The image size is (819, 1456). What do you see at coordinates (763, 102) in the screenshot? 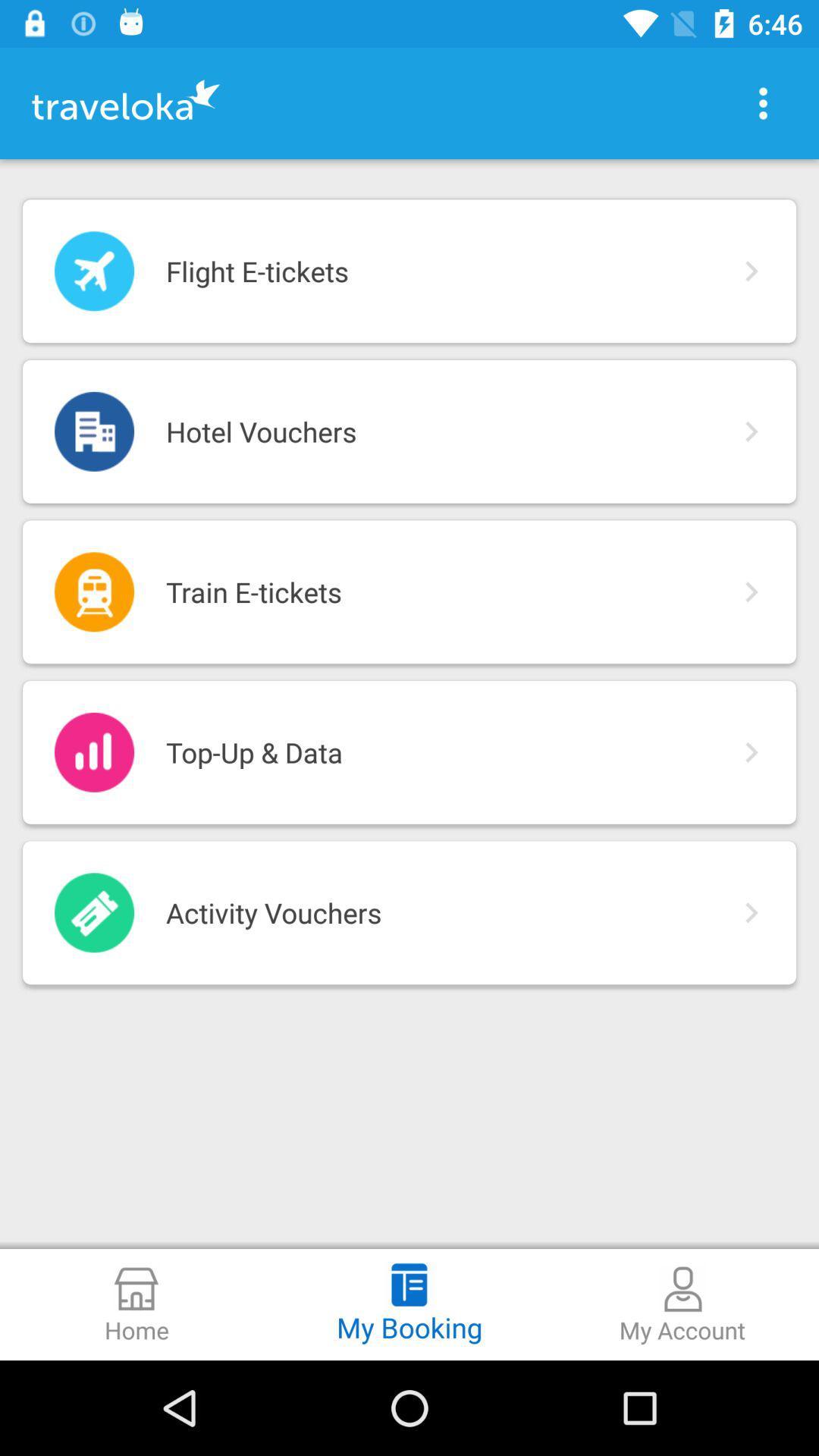
I see `additional options` at bounding box center [763, 102].